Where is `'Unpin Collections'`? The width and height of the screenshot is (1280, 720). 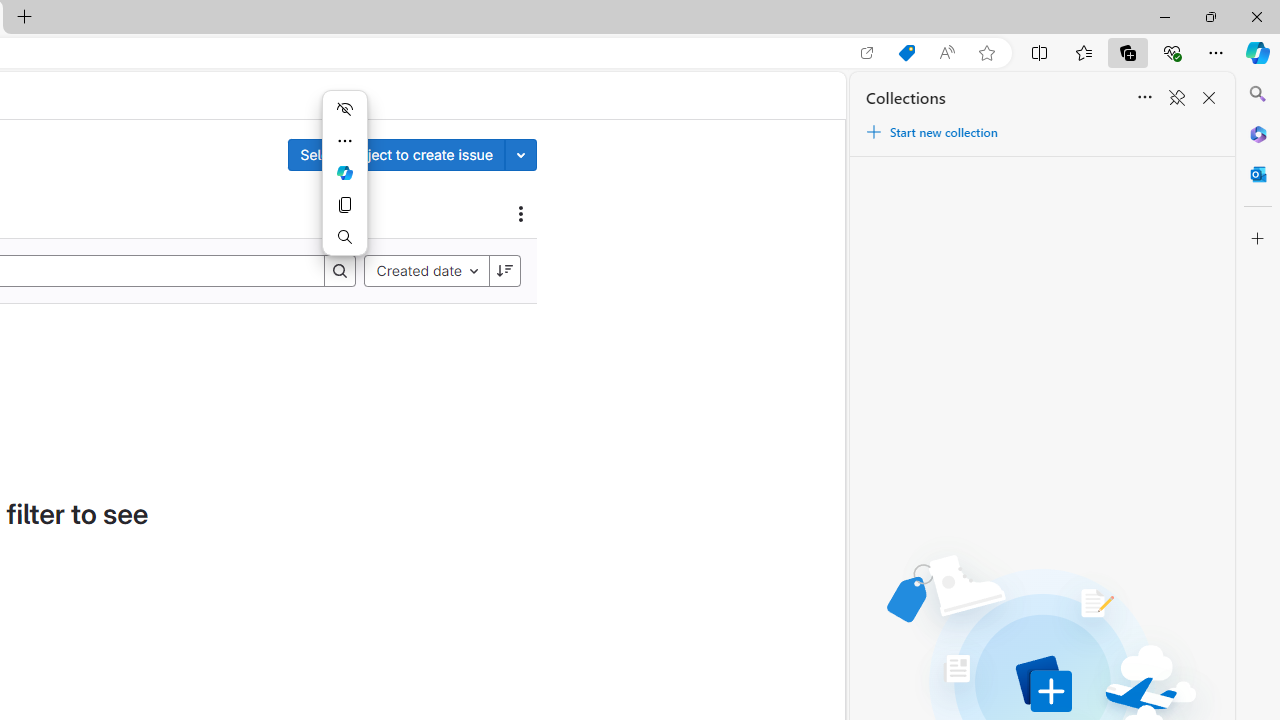 'Unpin Collections' is located at coordinates (1176, 98).